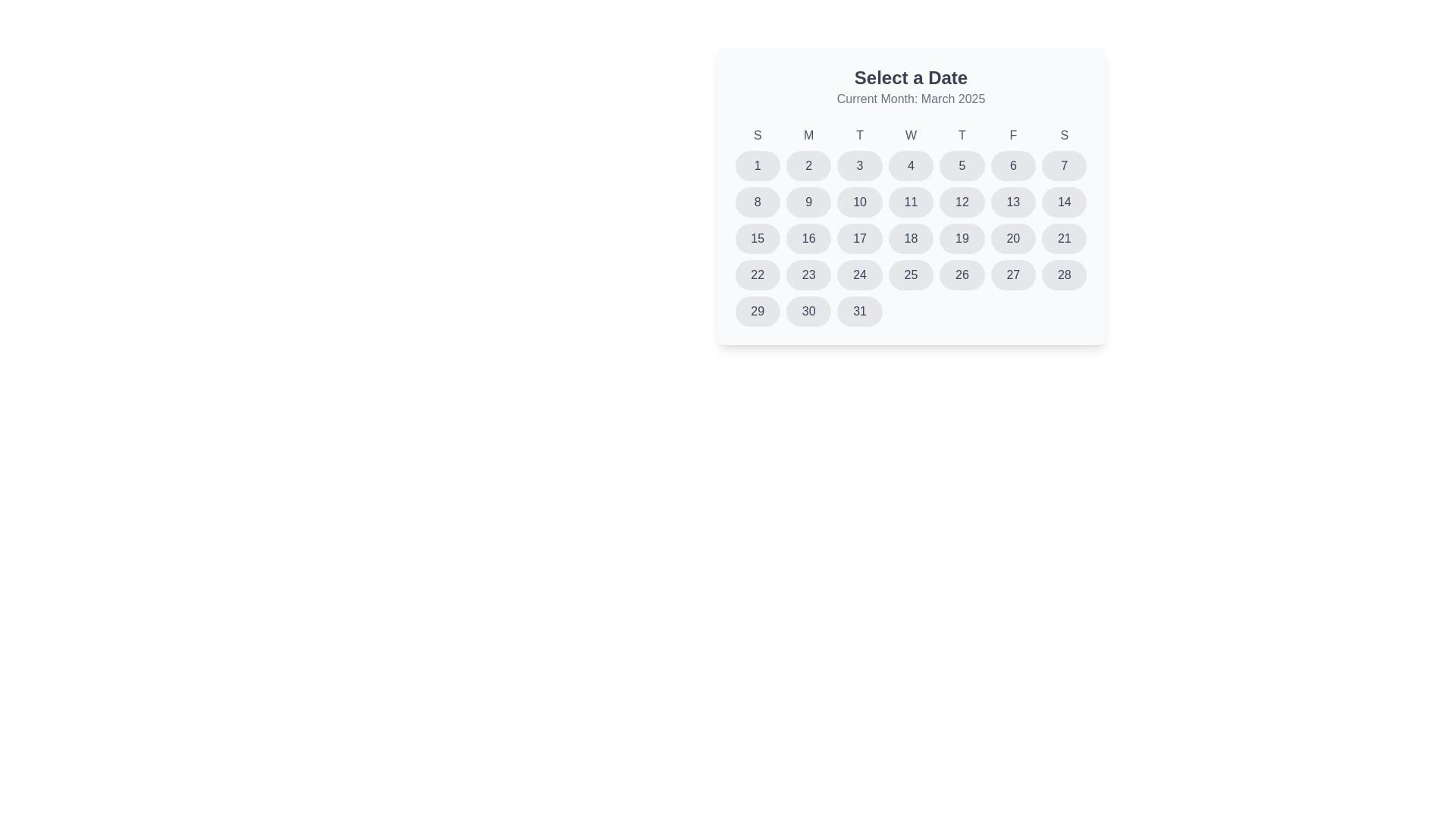  I want to click on the circular button with a light gray background and the number '20' centered in black text, so click(1013, 239).